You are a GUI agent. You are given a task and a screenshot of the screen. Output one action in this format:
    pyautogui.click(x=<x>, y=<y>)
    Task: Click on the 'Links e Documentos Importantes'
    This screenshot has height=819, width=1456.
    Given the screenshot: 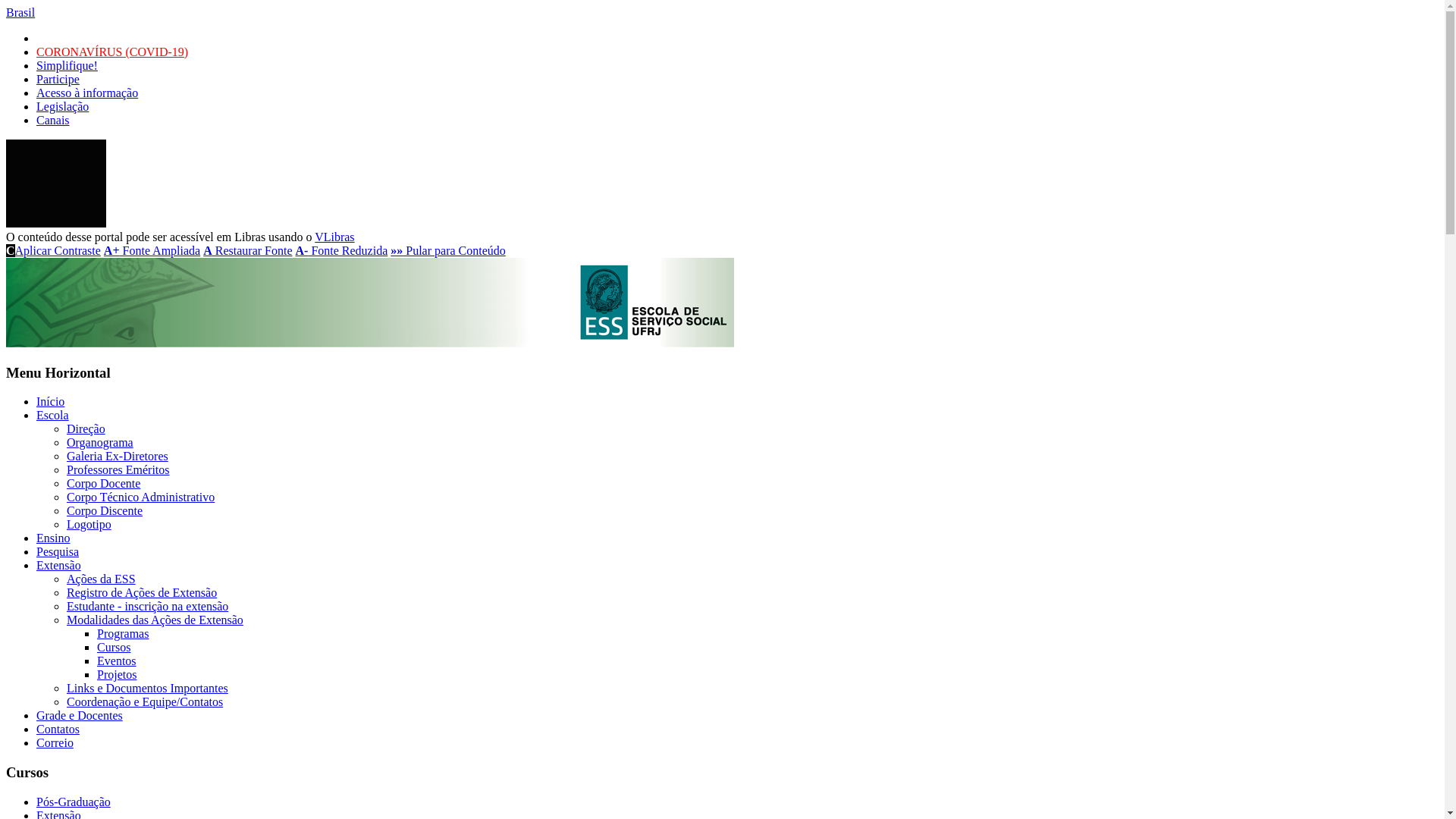 What is the action you would take?
    pyautogui.click(x=147, y=688)
    